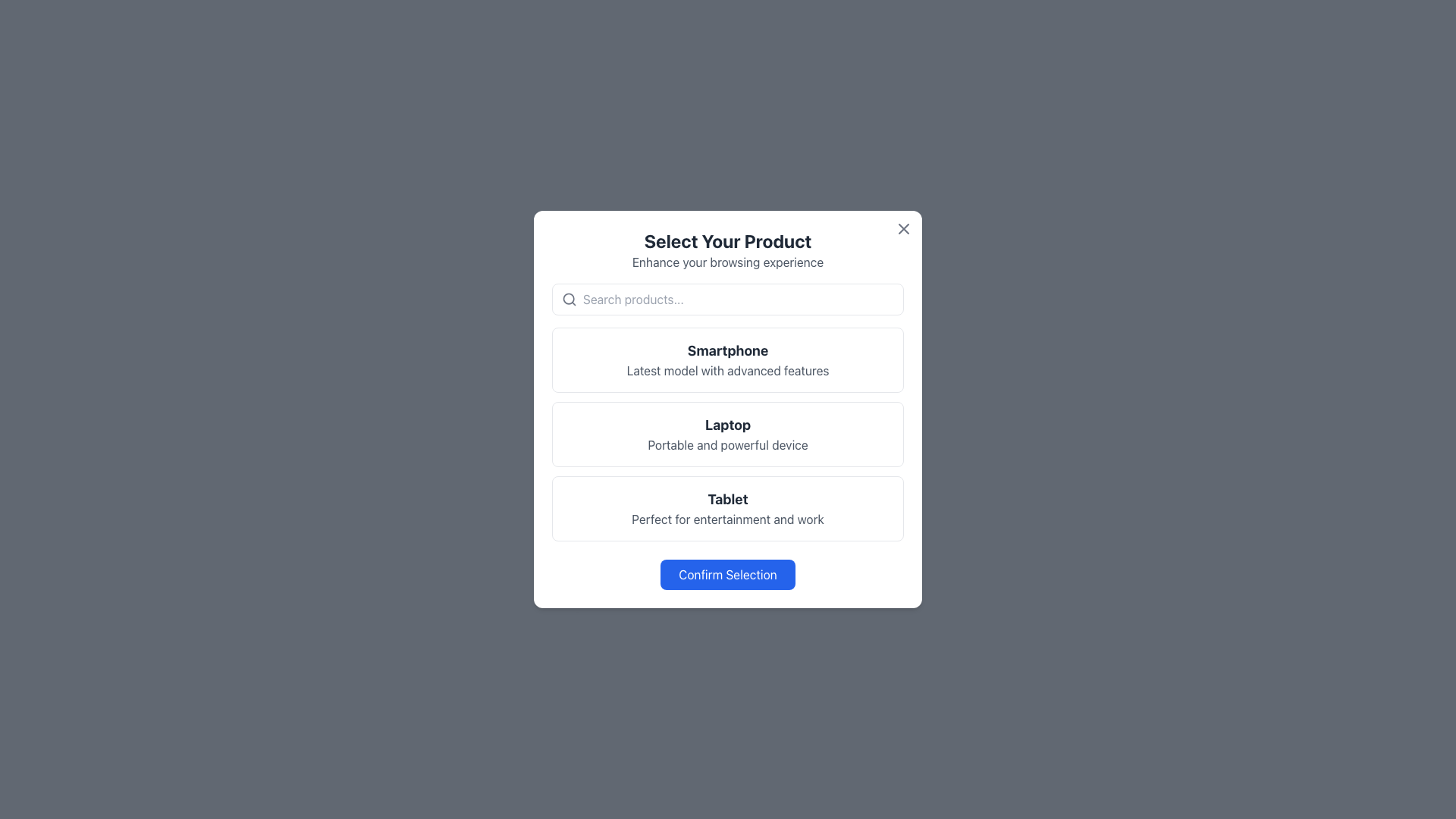 Image resolution: width=1456 pixels, height=819 pixels. What do you see at coordinates (728, 575) in the screenshot?
I see `the 'Confirm Selection' button, which is a rectangular button with a blue background and white text, located at the bottom-center of the dialog box` at bounding box center [728, 575].